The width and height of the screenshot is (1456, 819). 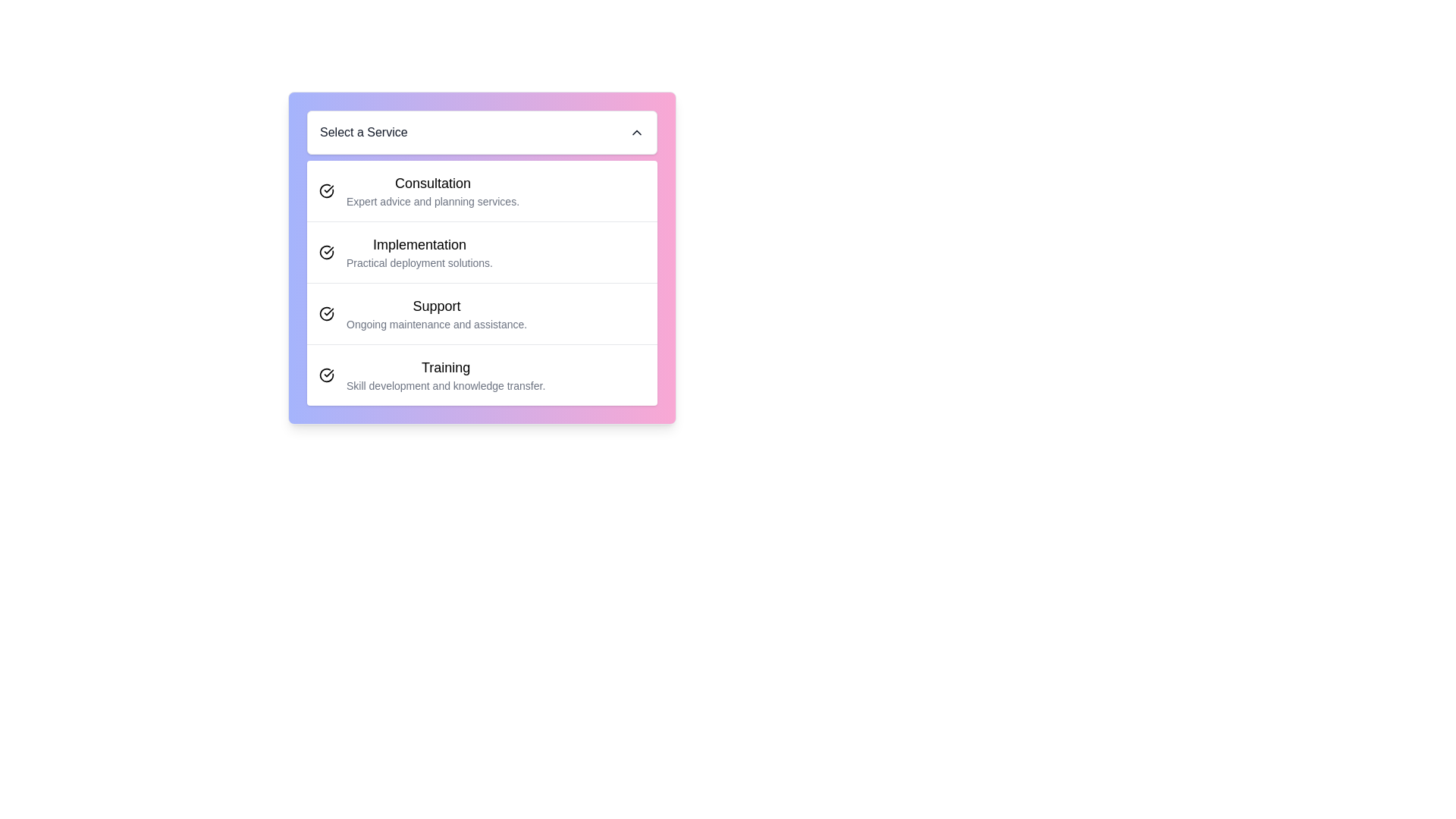 I want to click on the 'Training' text option in the fourth selectable list item under the 'Select a Service' menu, so click(x=445, y=375).